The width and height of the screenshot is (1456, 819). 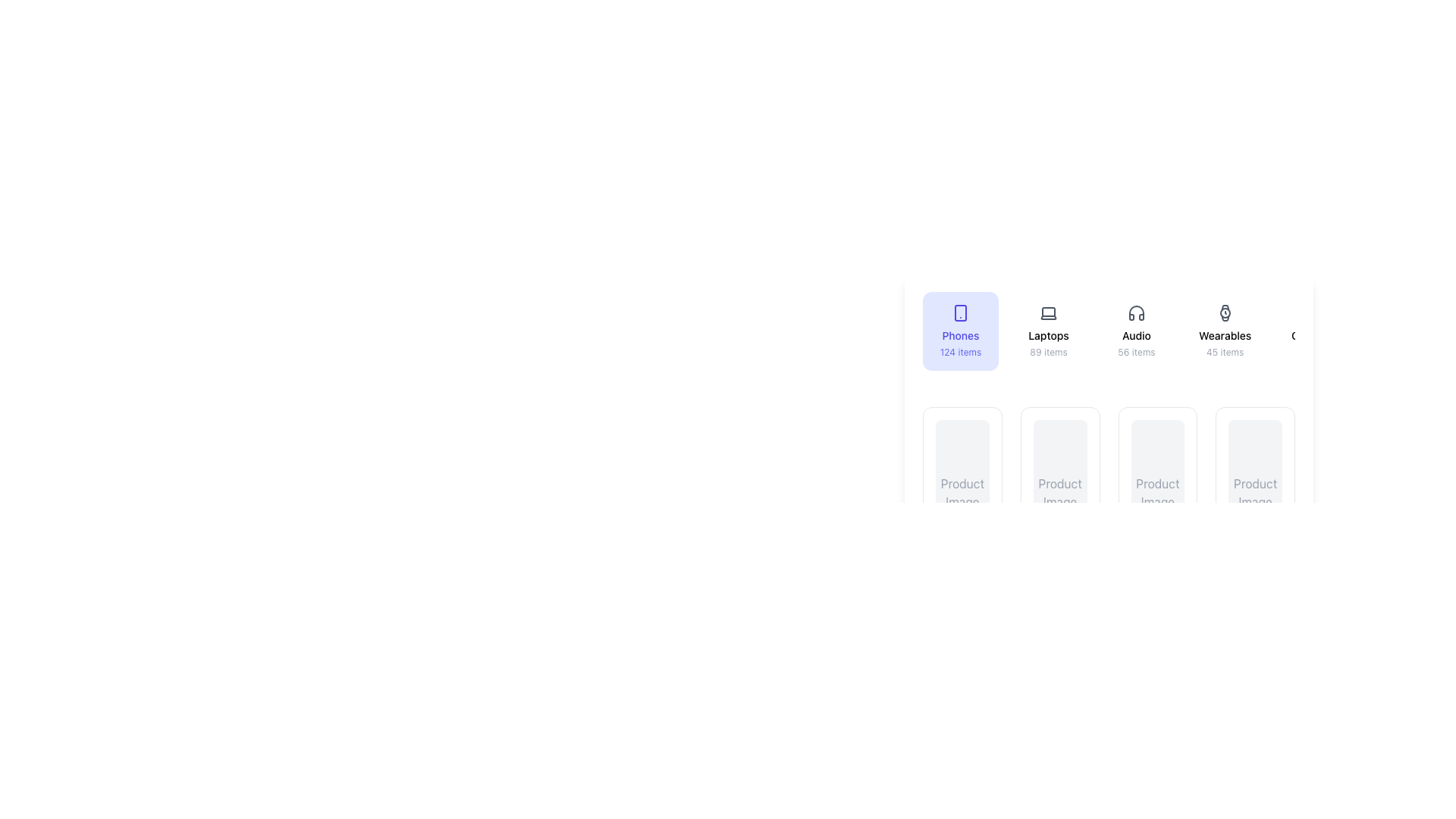 What do you see at coordinates (1225, 353) in the screenshot?
I see `the Text Label that informs the user of the total number of items in the 'Wearables' category, located directly beneath the 'Wearables' label in the top row of categories` at bounding box center [1225, 353].